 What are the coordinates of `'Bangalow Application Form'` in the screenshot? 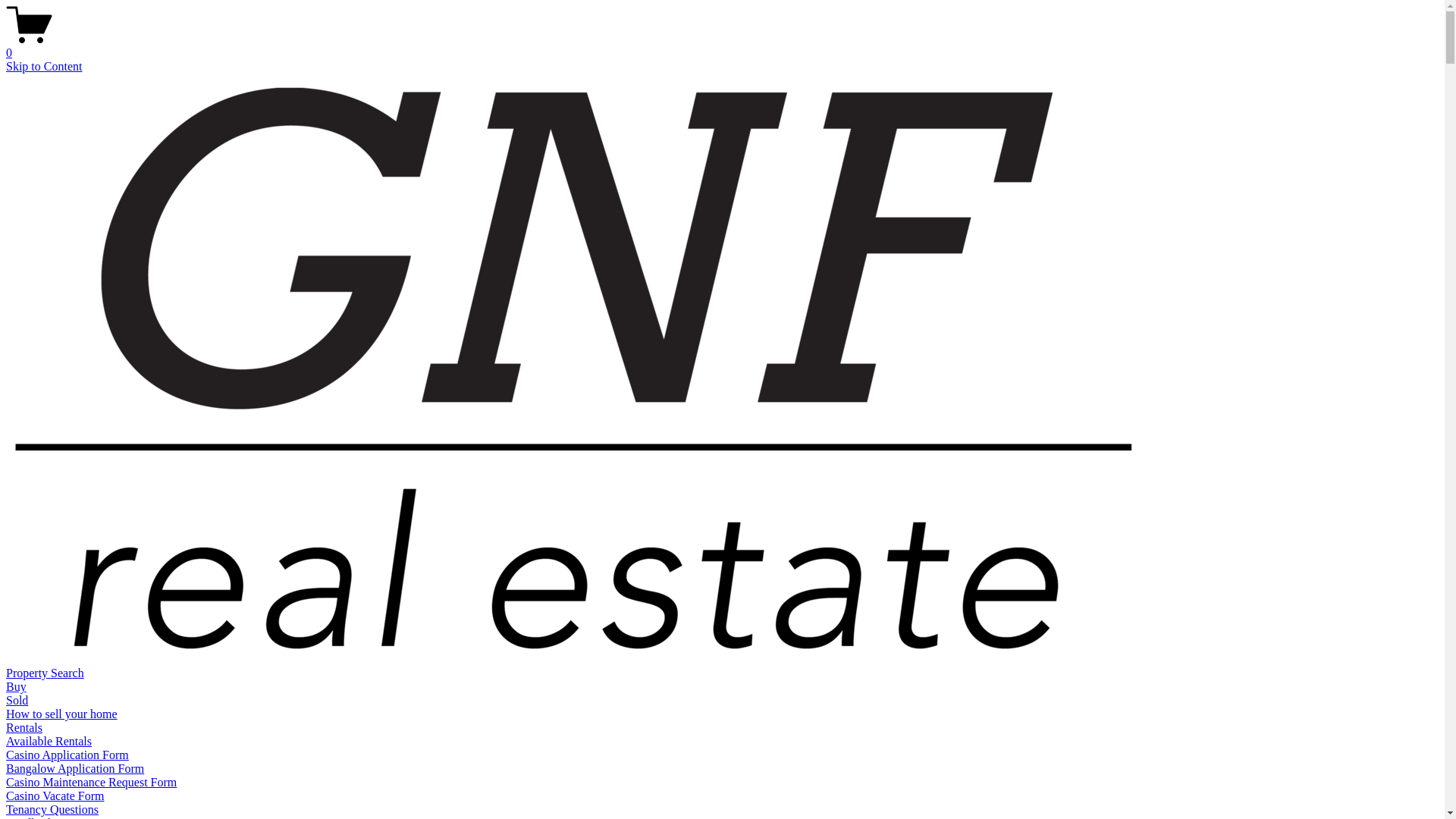 It's located at (74, 768).